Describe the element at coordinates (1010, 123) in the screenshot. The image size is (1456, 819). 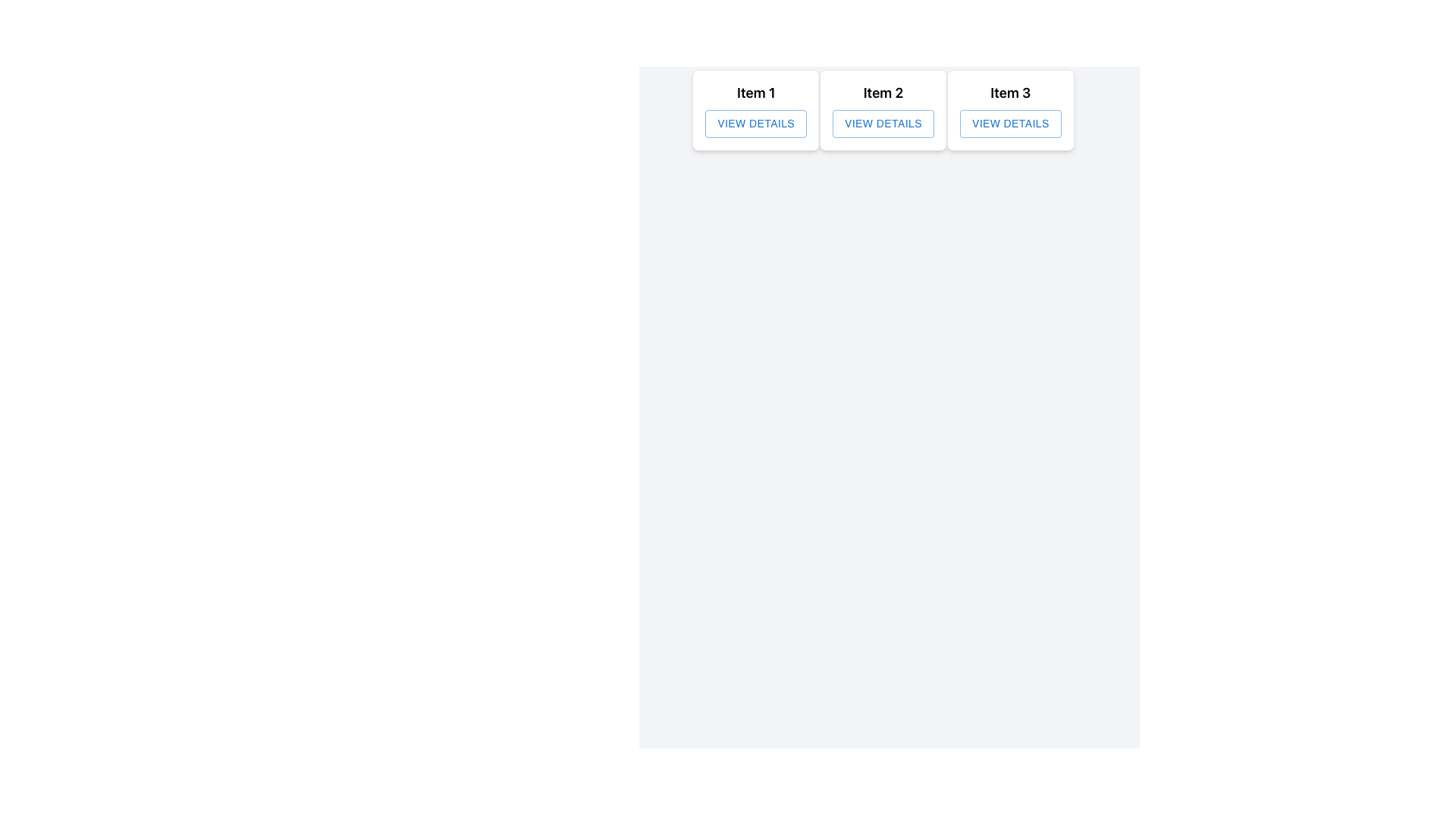
I see `the button located below the title text 'Item 3'` at that location.